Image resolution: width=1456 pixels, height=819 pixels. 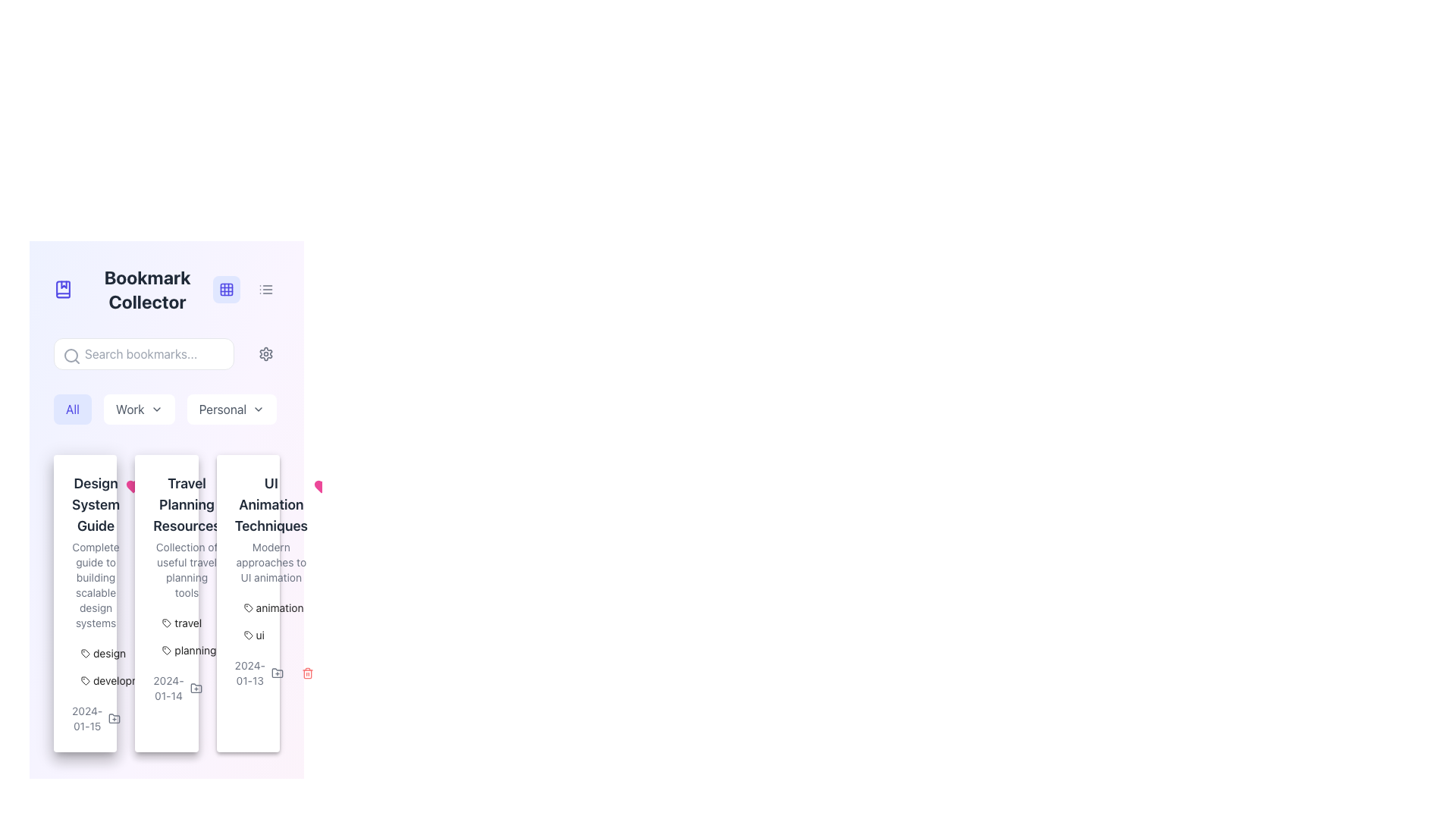 I want to click on the circular icon component within the magnifying glass search icon located in the header section, positioned to the left of the input field, so click(x=71, y=356).